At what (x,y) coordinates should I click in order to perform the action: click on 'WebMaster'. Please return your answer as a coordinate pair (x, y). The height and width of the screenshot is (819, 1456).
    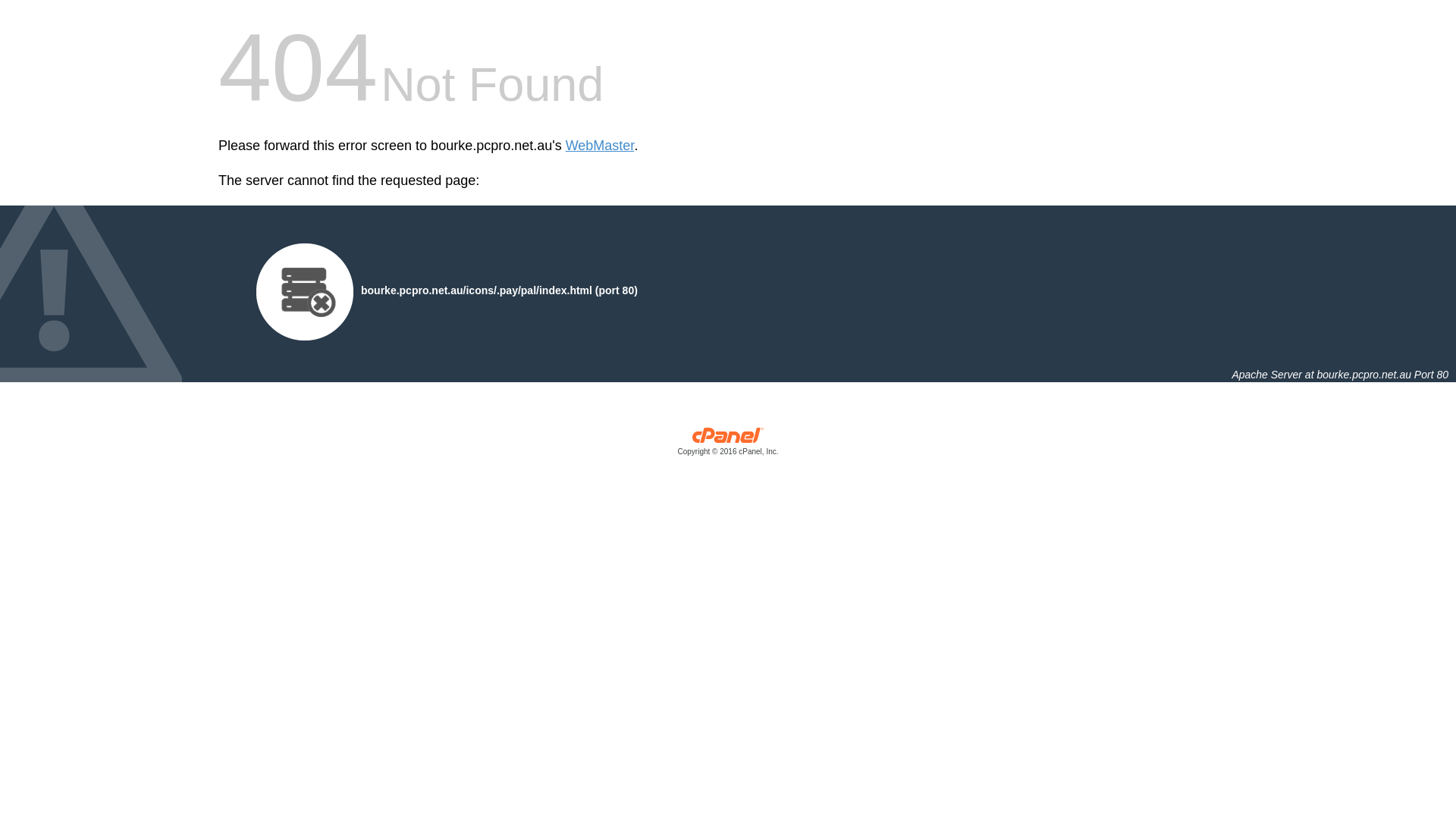
    Looking at the image, I should click on (599, 146).